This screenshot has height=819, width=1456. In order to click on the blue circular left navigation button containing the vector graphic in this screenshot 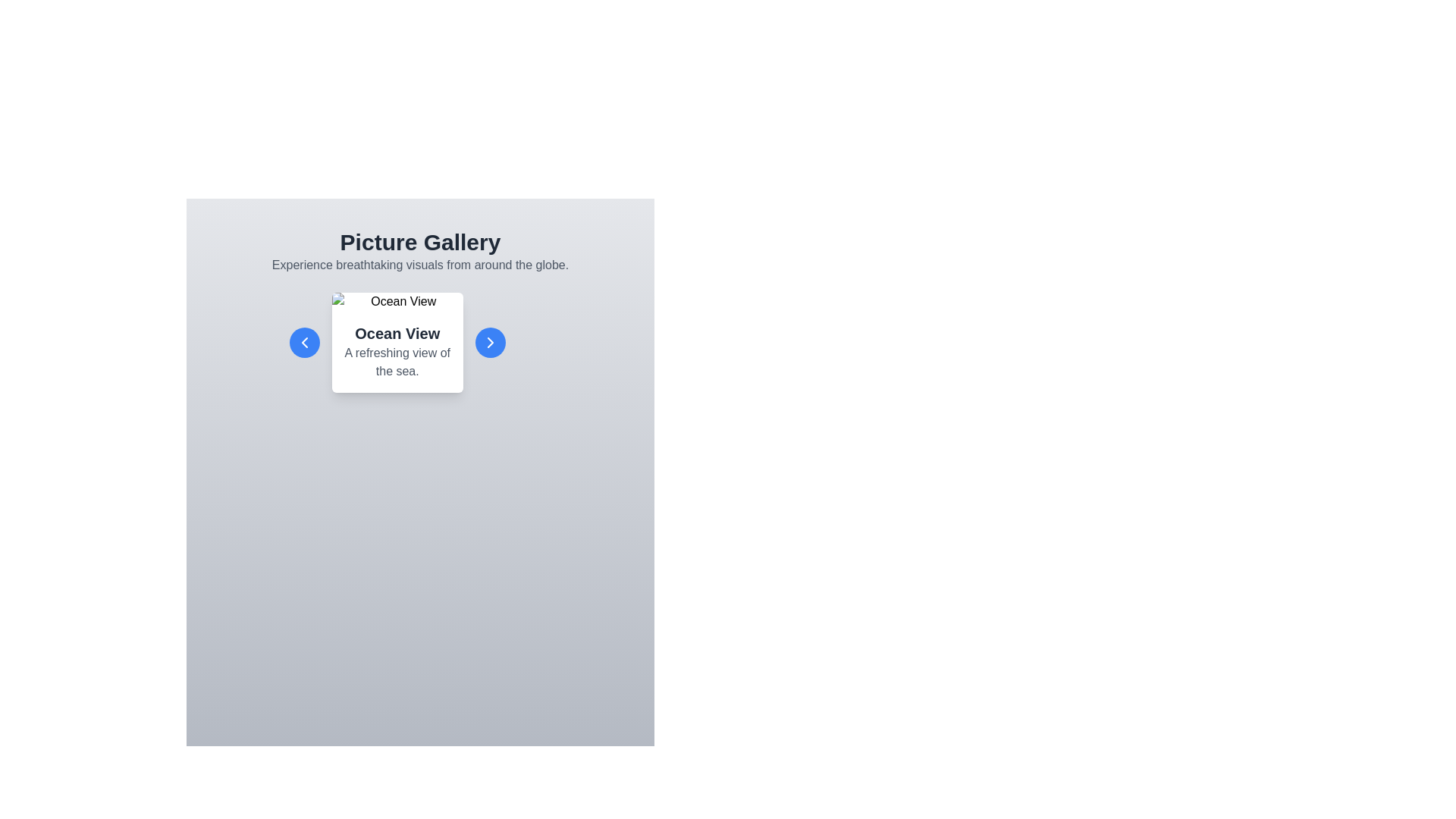, I will do `click(304, 342)`.